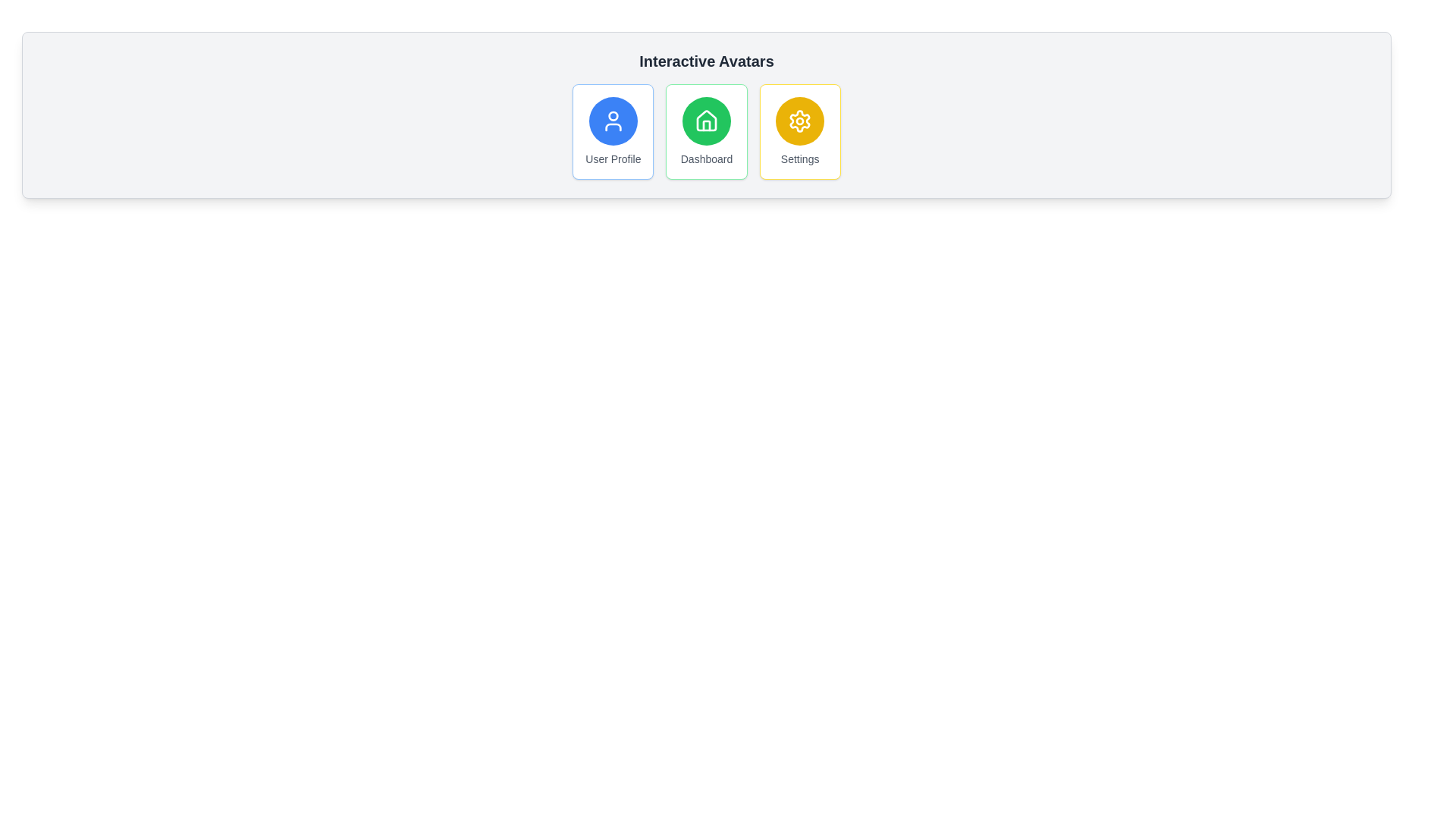 The width and height of the screenshot is (1456, 819). I want to click on the second card in a group of three, which features a green circular icon with a white house symbol and the text 'Dashboard', so click(705, 130).